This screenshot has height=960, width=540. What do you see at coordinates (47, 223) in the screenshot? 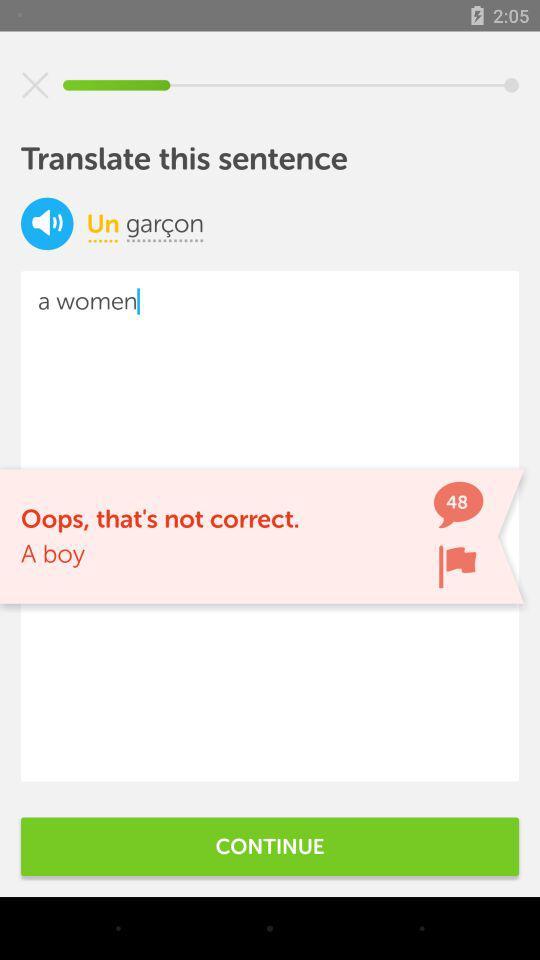
I see `listen to pronunciation` at bounding box center [47, 223].